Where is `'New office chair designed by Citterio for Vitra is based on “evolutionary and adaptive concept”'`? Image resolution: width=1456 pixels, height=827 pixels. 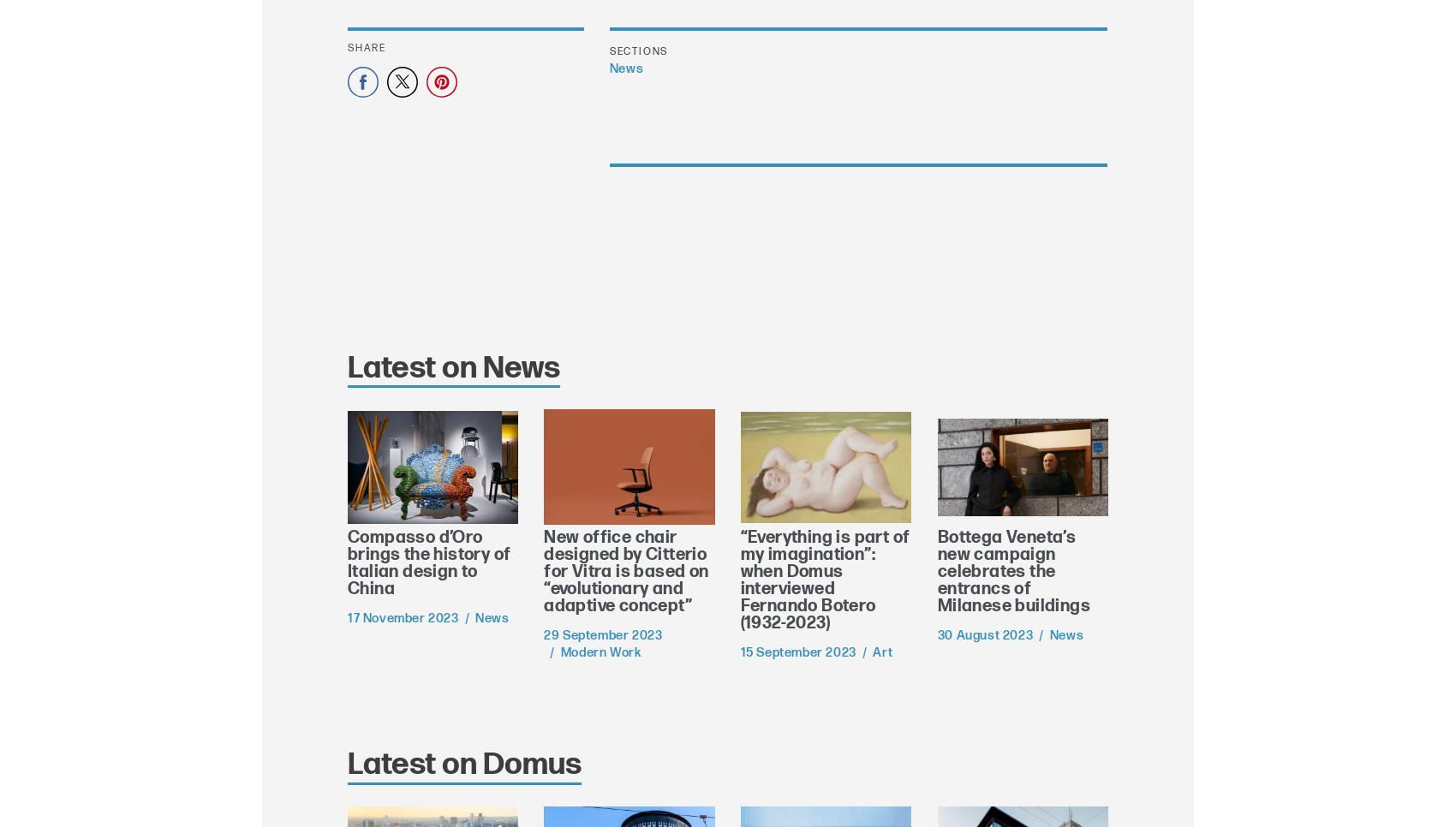
'New office chair designed by Citterio for Vitra is based on “evolutionary and adaptive concept”' is located at coordinates (626, 571).